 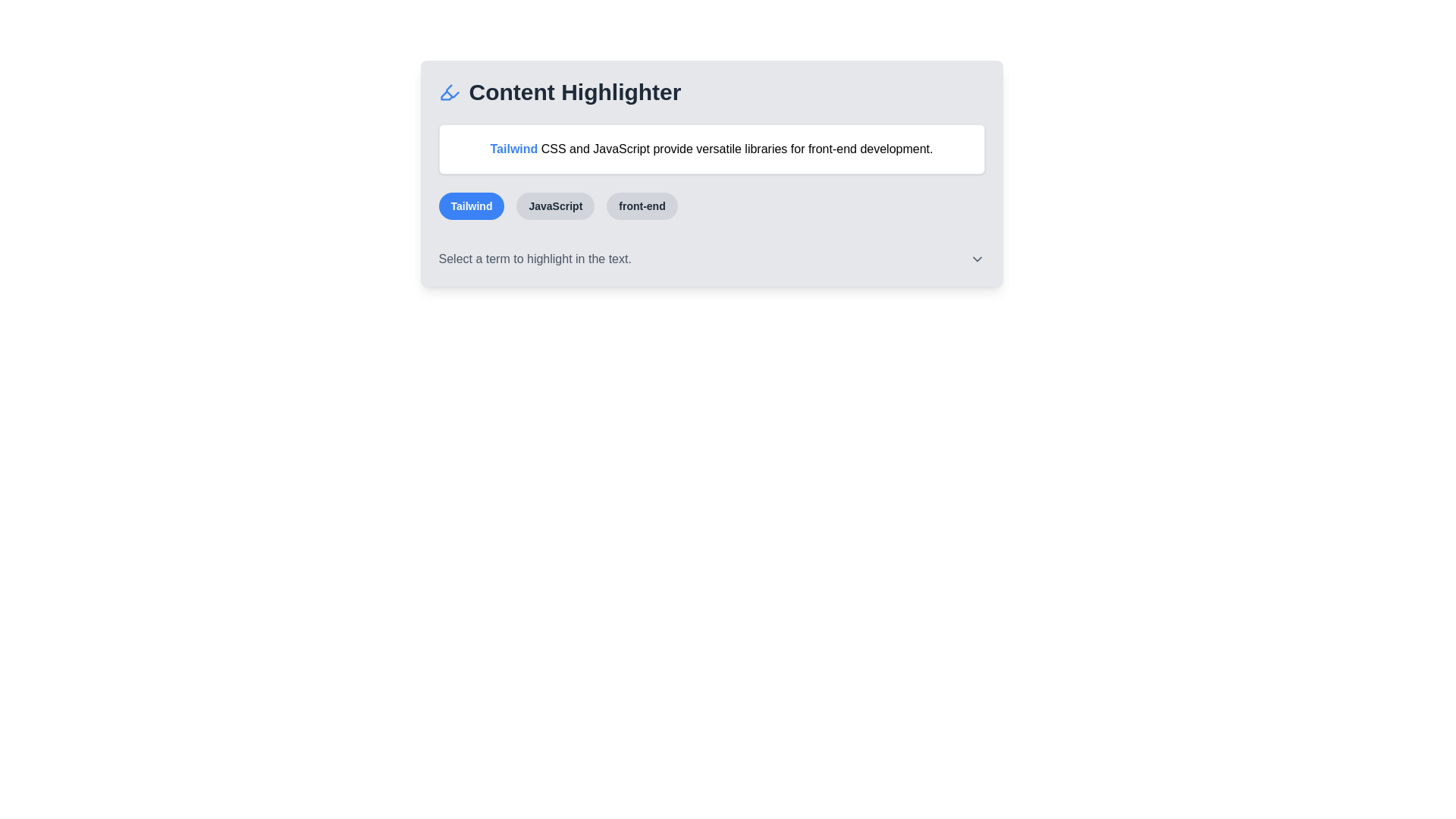 I want to click on the 'Tailwind' button, which is a rounded rectangle with a blue background and white text, so click(x=470, y=206).